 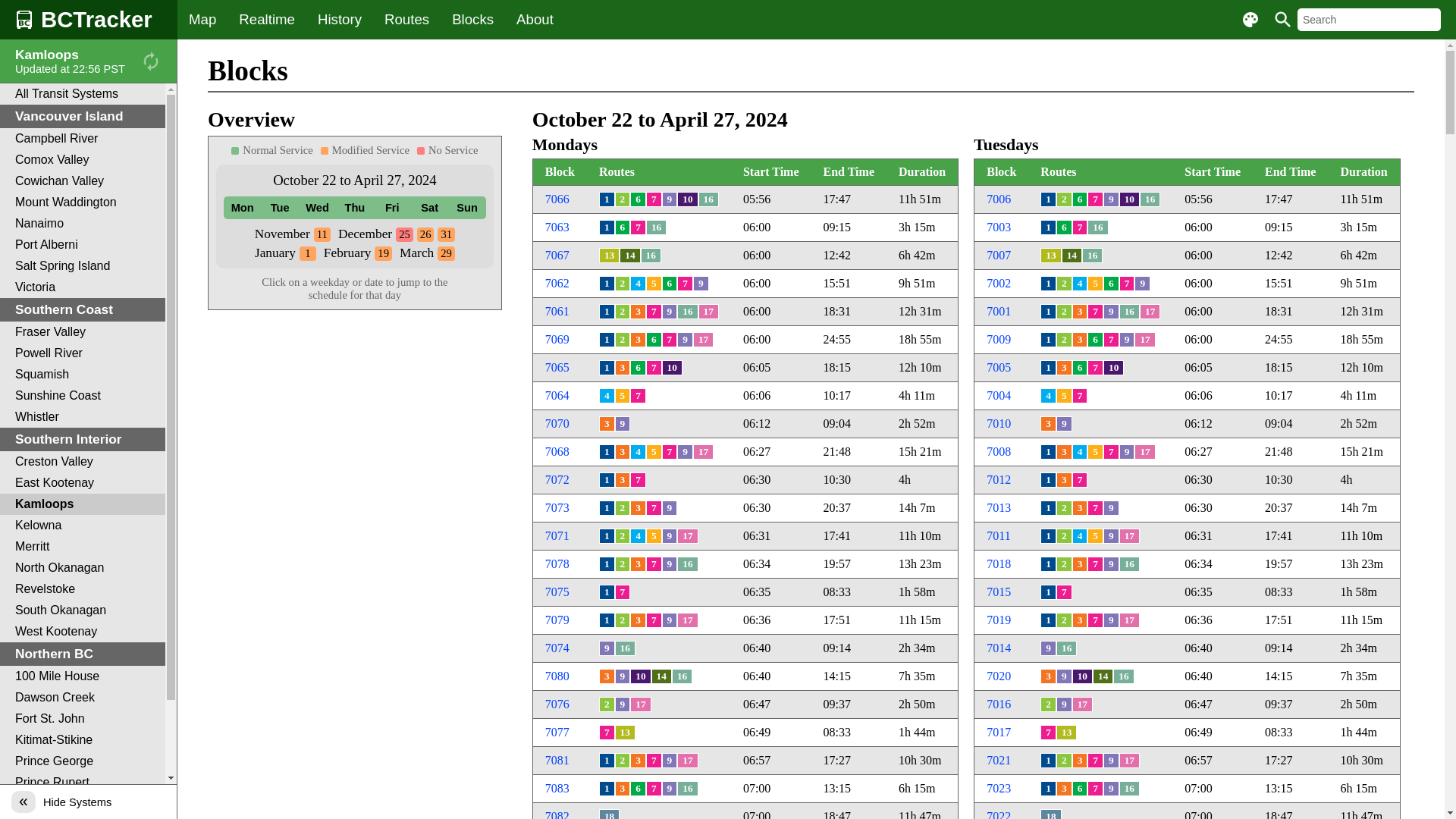 I want to click on 'Nanaimo', so click(x=82, y=223).